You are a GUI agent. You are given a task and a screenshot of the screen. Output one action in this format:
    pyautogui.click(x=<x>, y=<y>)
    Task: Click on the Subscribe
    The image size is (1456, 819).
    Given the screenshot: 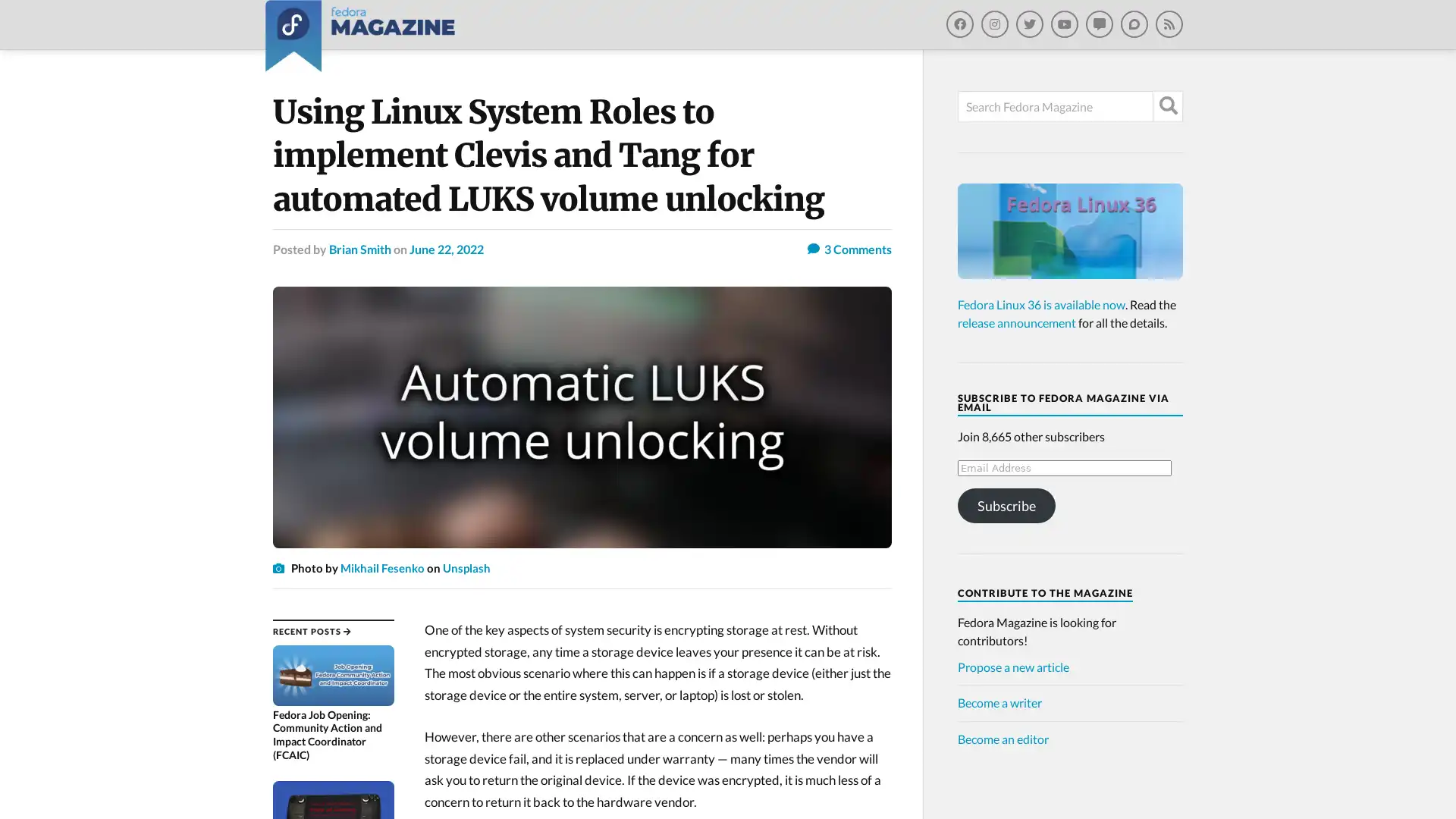 What is the action you would take?
    pyautogui.click(x=1006, y=506)
    